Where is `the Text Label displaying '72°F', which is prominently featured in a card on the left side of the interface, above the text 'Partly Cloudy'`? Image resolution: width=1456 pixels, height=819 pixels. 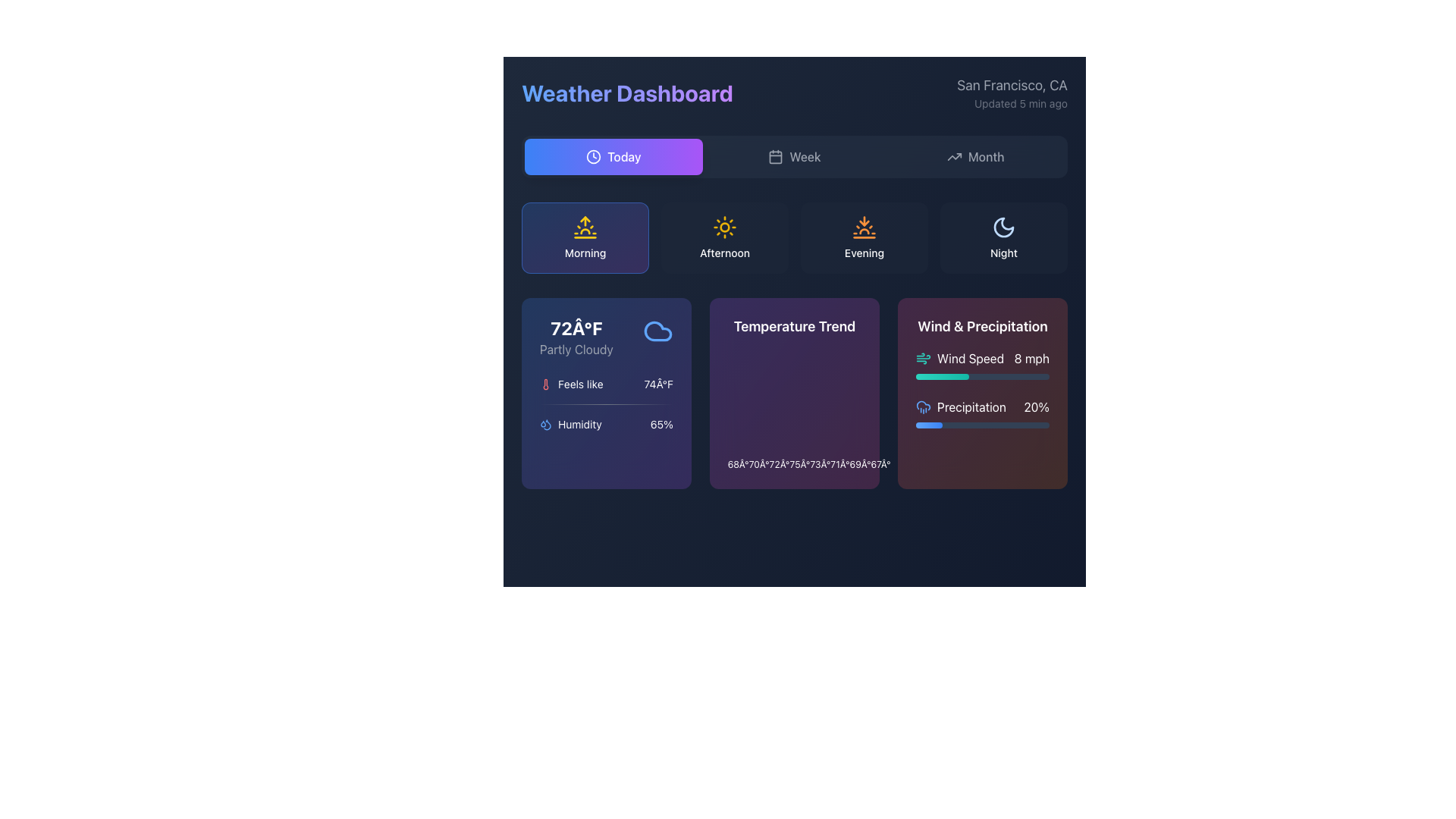
the Text Label displaying '72°F', which is prominently featured in a card on the left side of the interface, above the text 'Partly Cloudy' is located at coordinates (576, 327).